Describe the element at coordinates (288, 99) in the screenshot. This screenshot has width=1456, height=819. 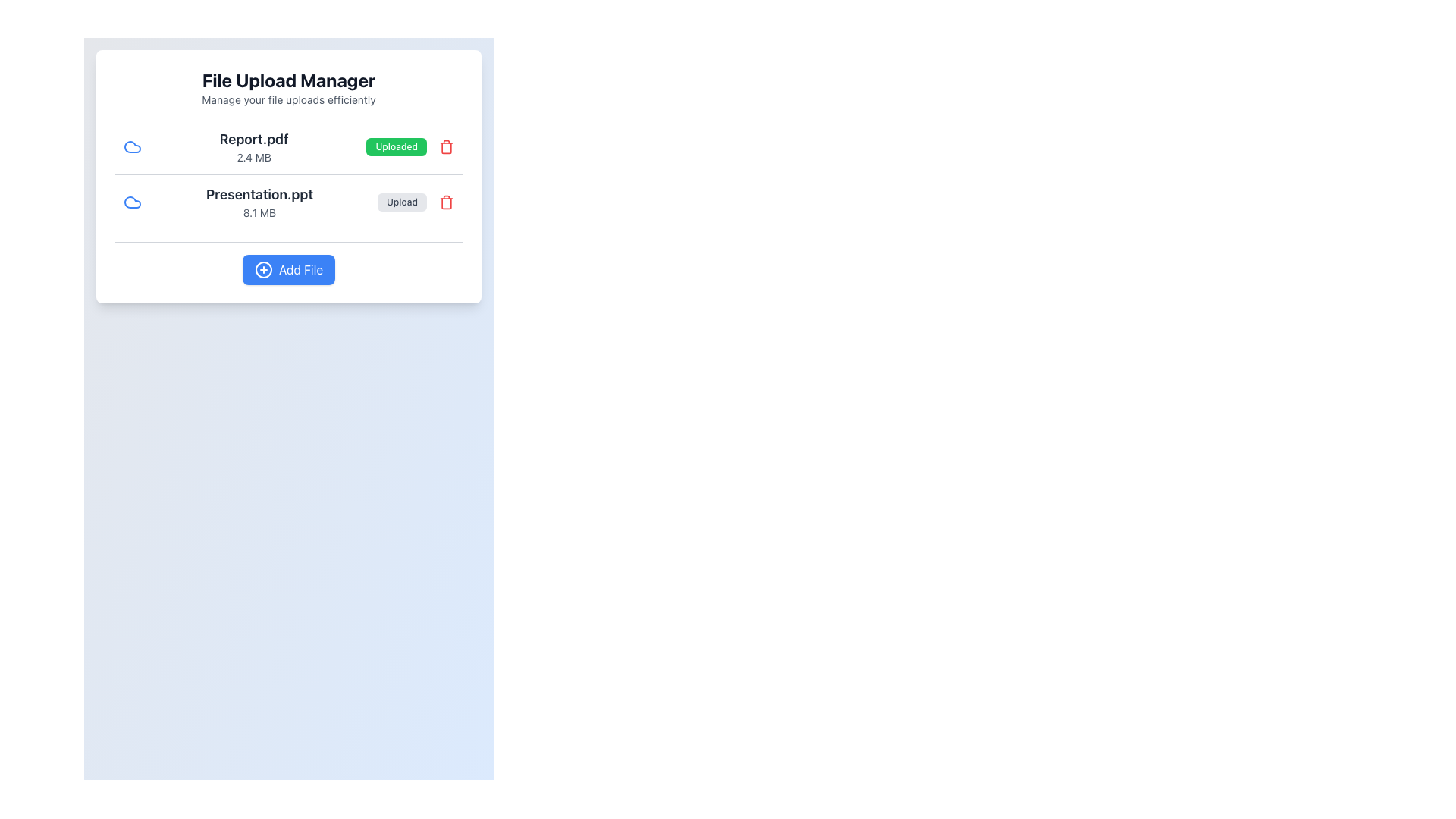
I see `the static text element that reads 'Manage your file uploads efficiently', located below the title 'File Upload Manager'` at that location.